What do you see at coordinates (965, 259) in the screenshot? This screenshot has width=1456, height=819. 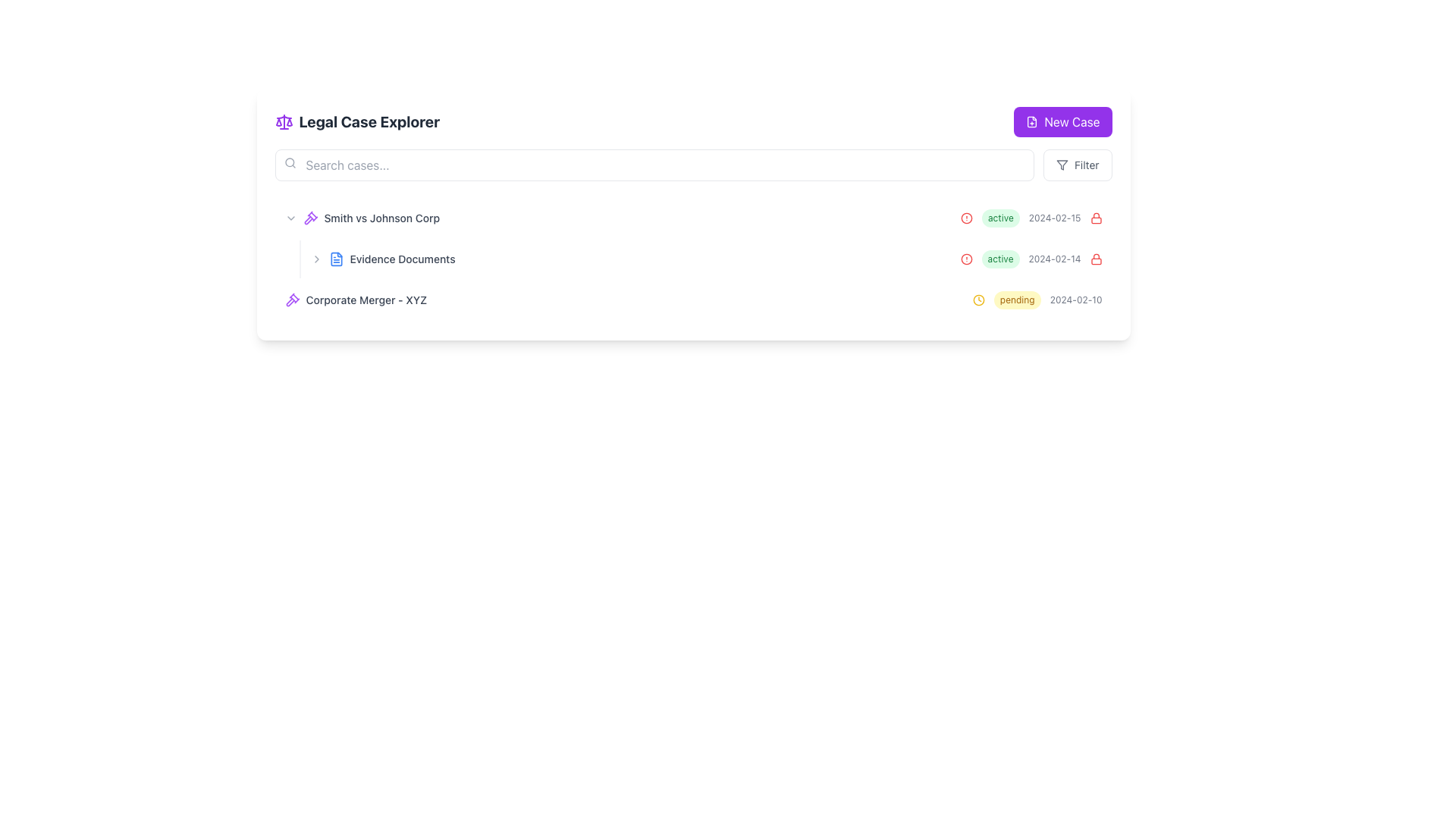 I see `the visual alert icon located in the active row of the list entry marked with the date '2024-02-14', which is positioned to the left of the word 'active'` at bounding box center [965, 259].